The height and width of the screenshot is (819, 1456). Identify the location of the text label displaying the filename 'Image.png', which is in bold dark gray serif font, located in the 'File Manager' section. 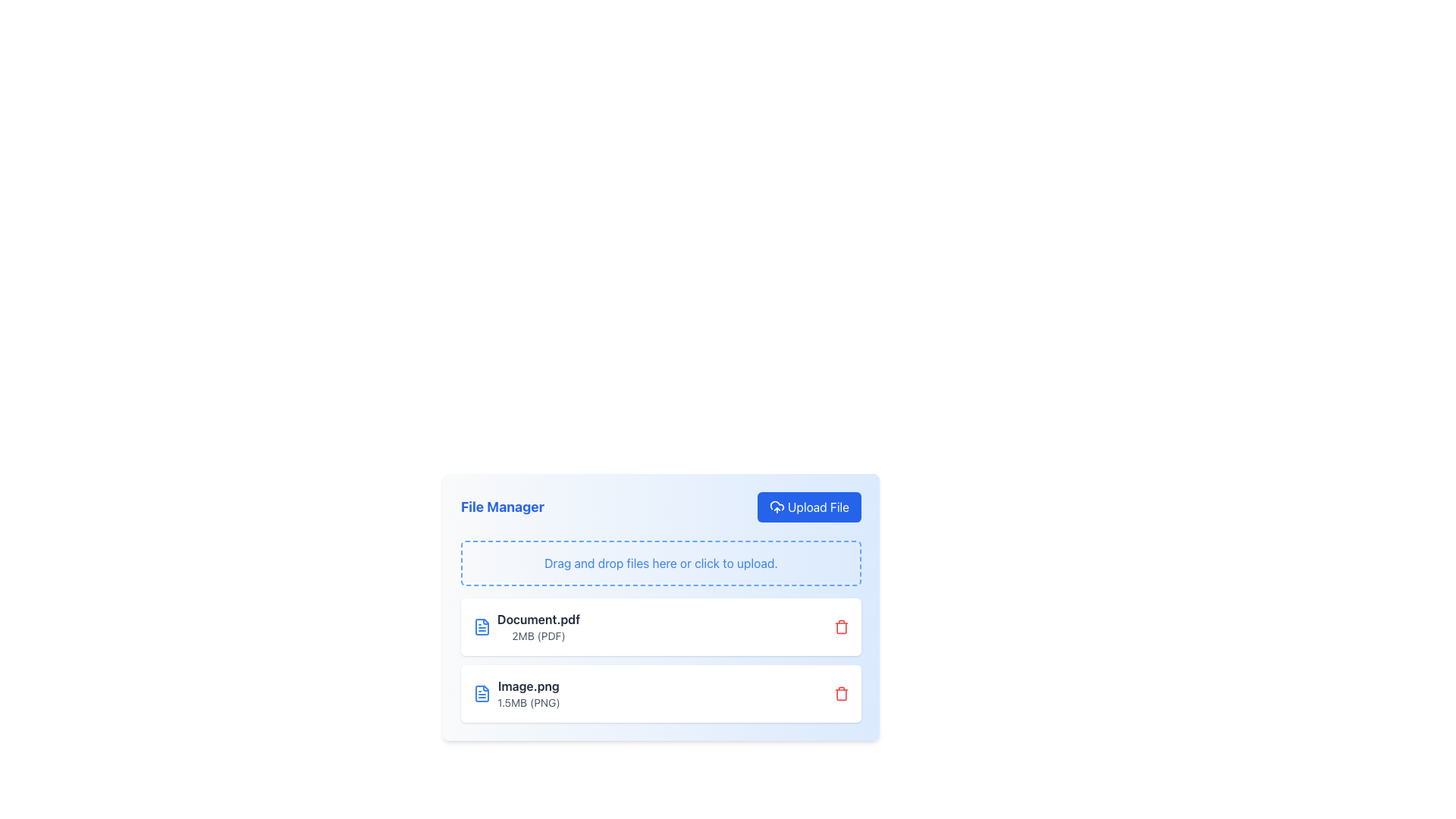
(529, 686).